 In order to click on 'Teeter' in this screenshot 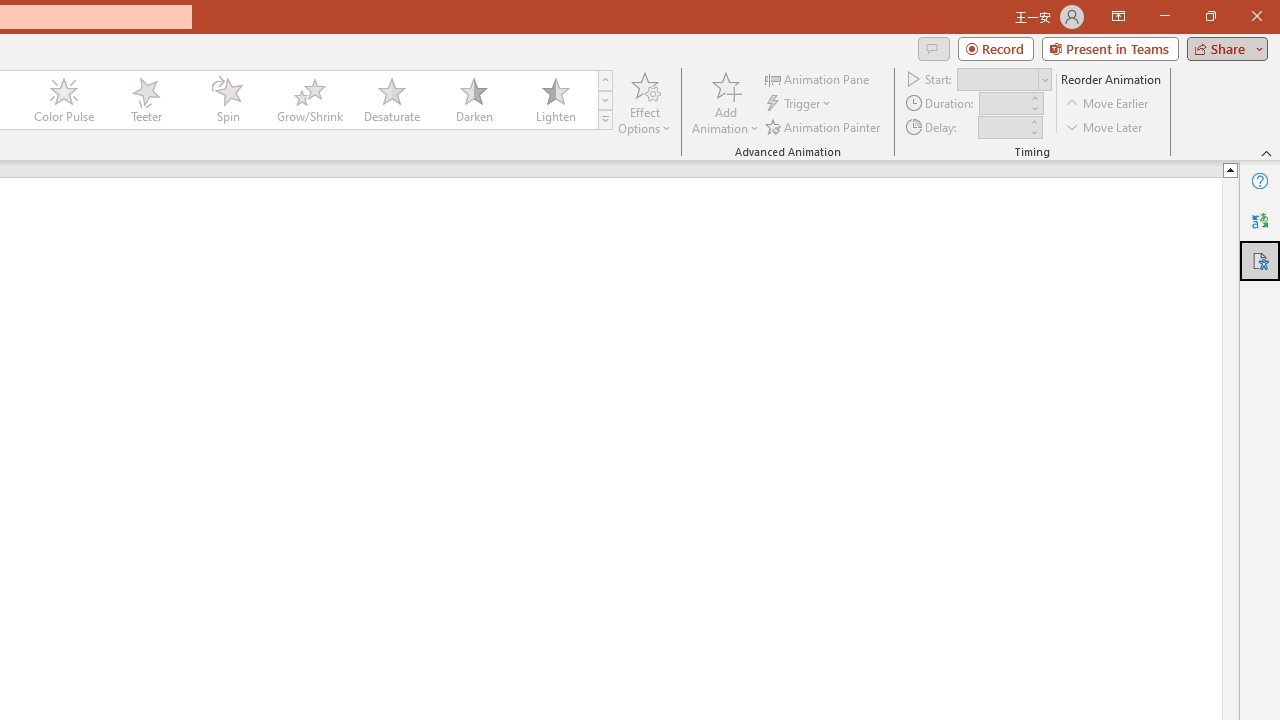, I will do `click(144, 100)`.